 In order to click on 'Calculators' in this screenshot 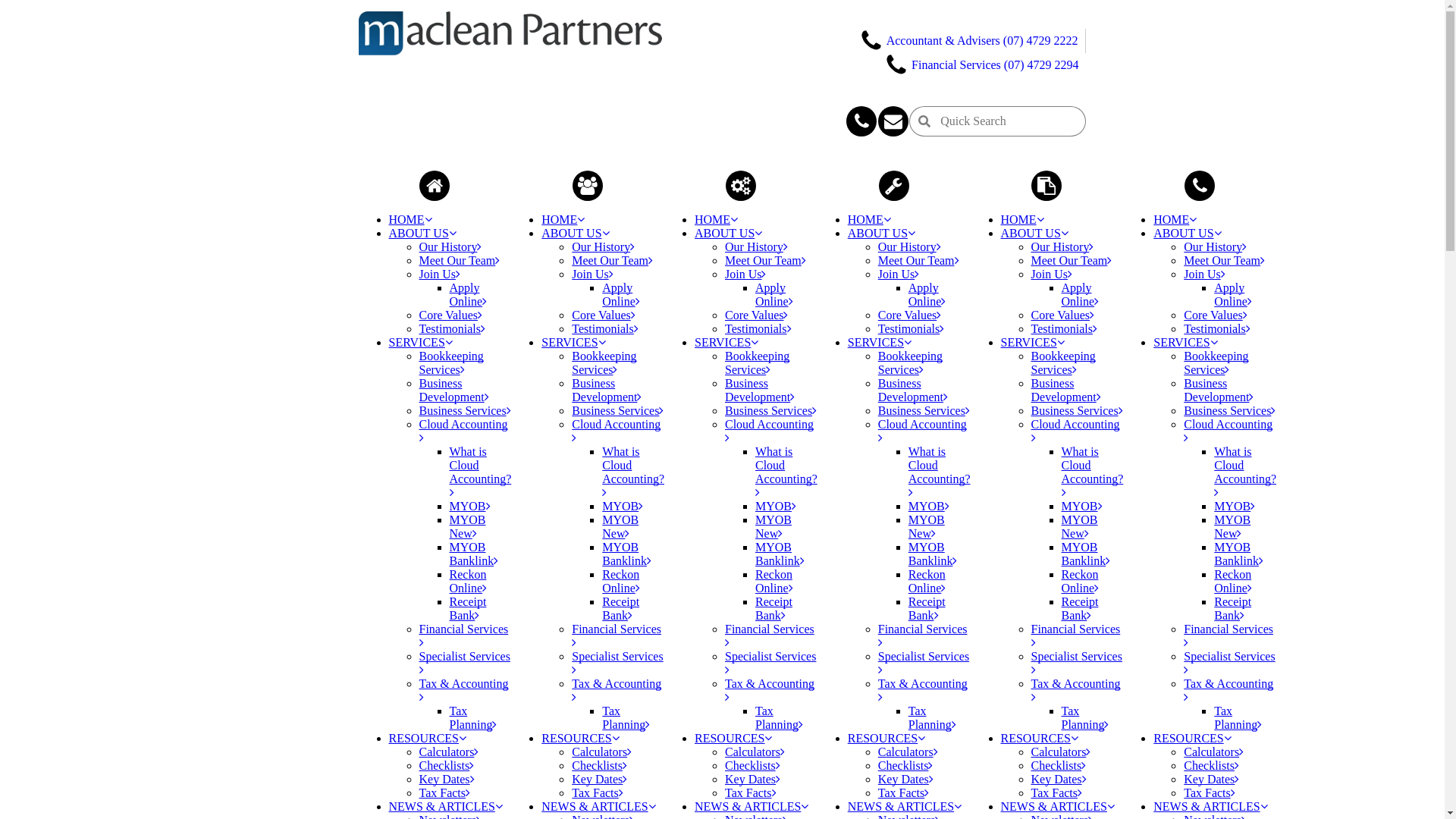, I will do `click(447, 752)`.